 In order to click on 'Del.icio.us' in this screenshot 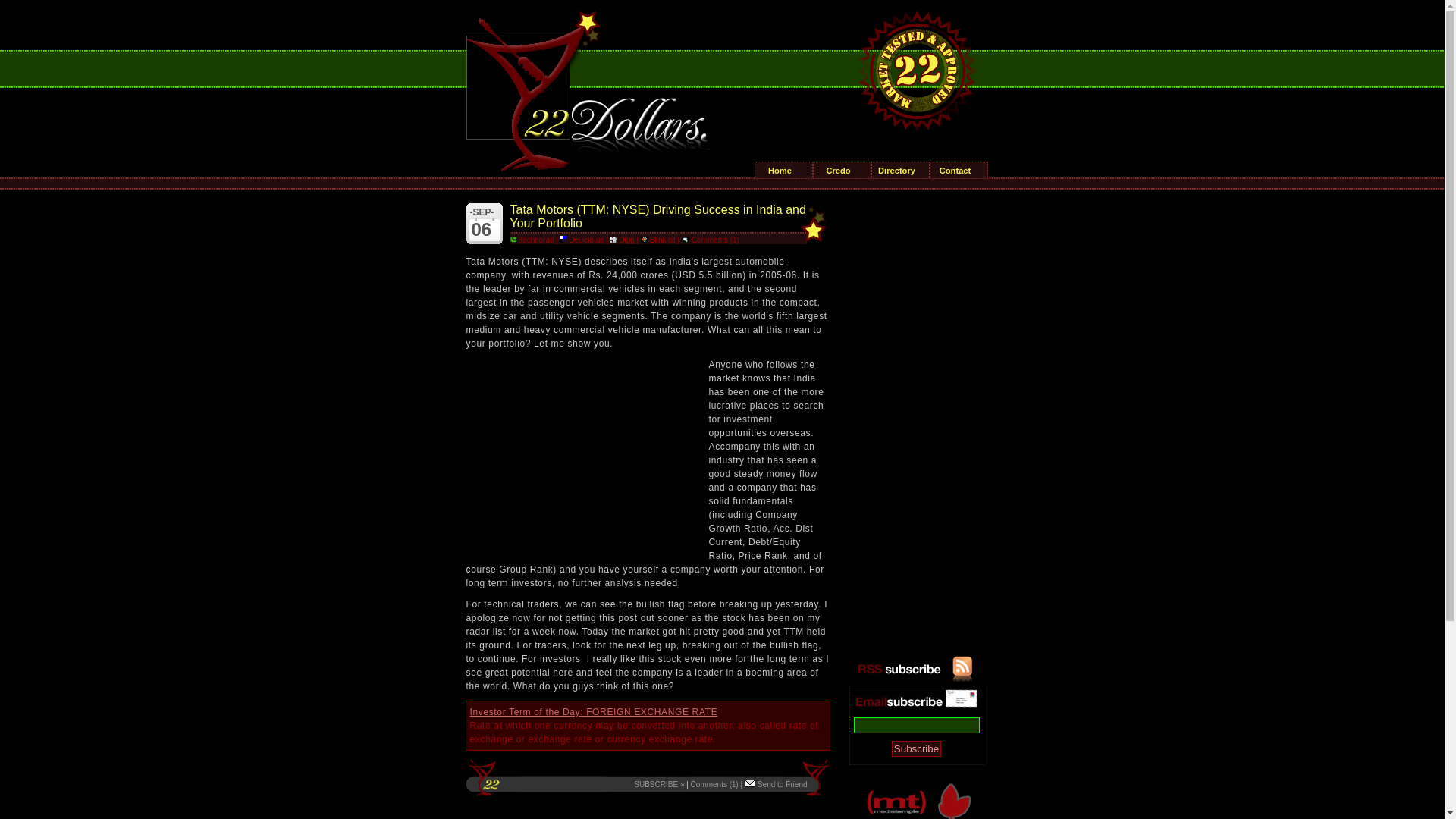, I will do `click(581, 239)`.